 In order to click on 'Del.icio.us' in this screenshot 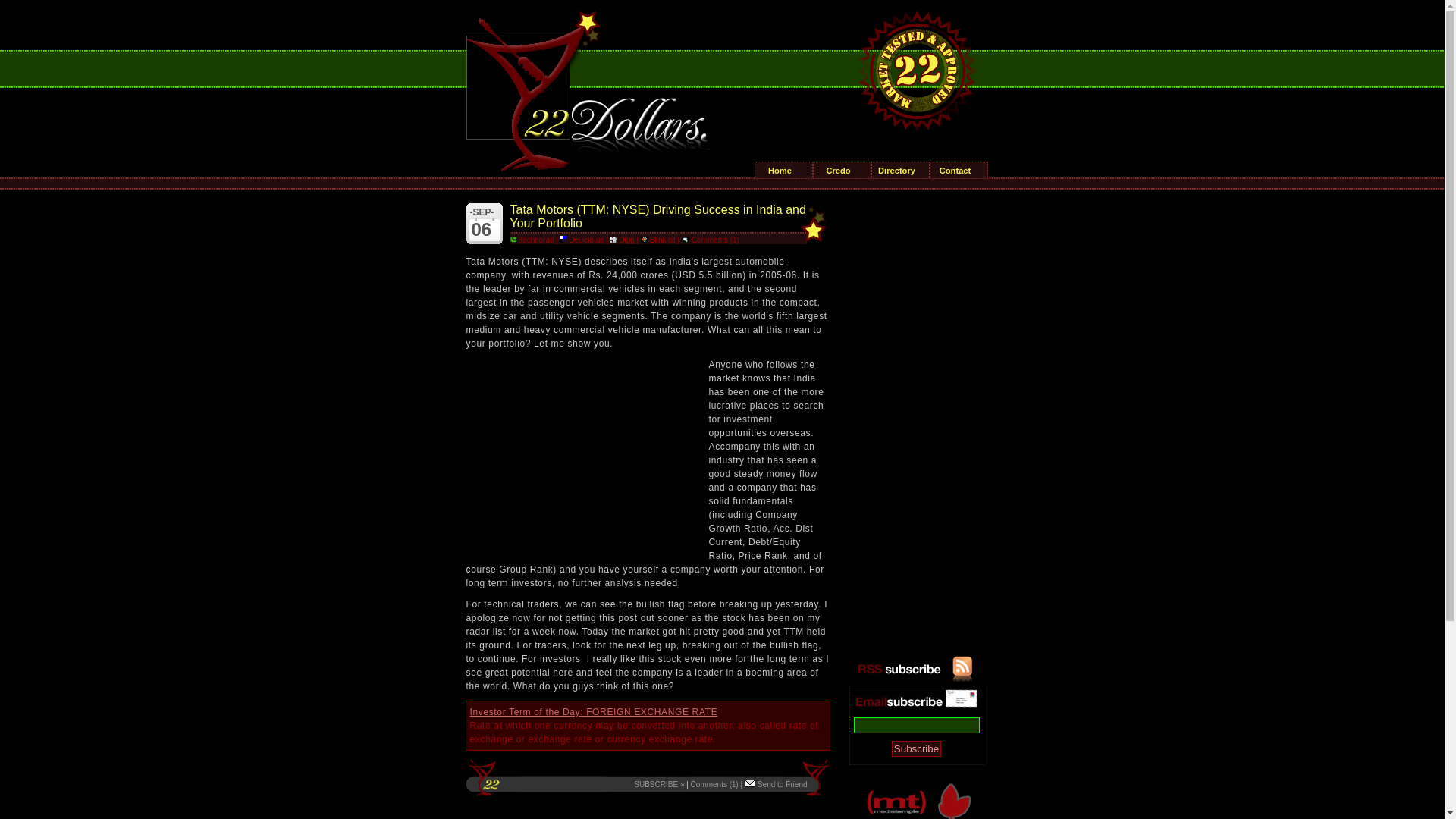, I will do `click(581, 239)`.